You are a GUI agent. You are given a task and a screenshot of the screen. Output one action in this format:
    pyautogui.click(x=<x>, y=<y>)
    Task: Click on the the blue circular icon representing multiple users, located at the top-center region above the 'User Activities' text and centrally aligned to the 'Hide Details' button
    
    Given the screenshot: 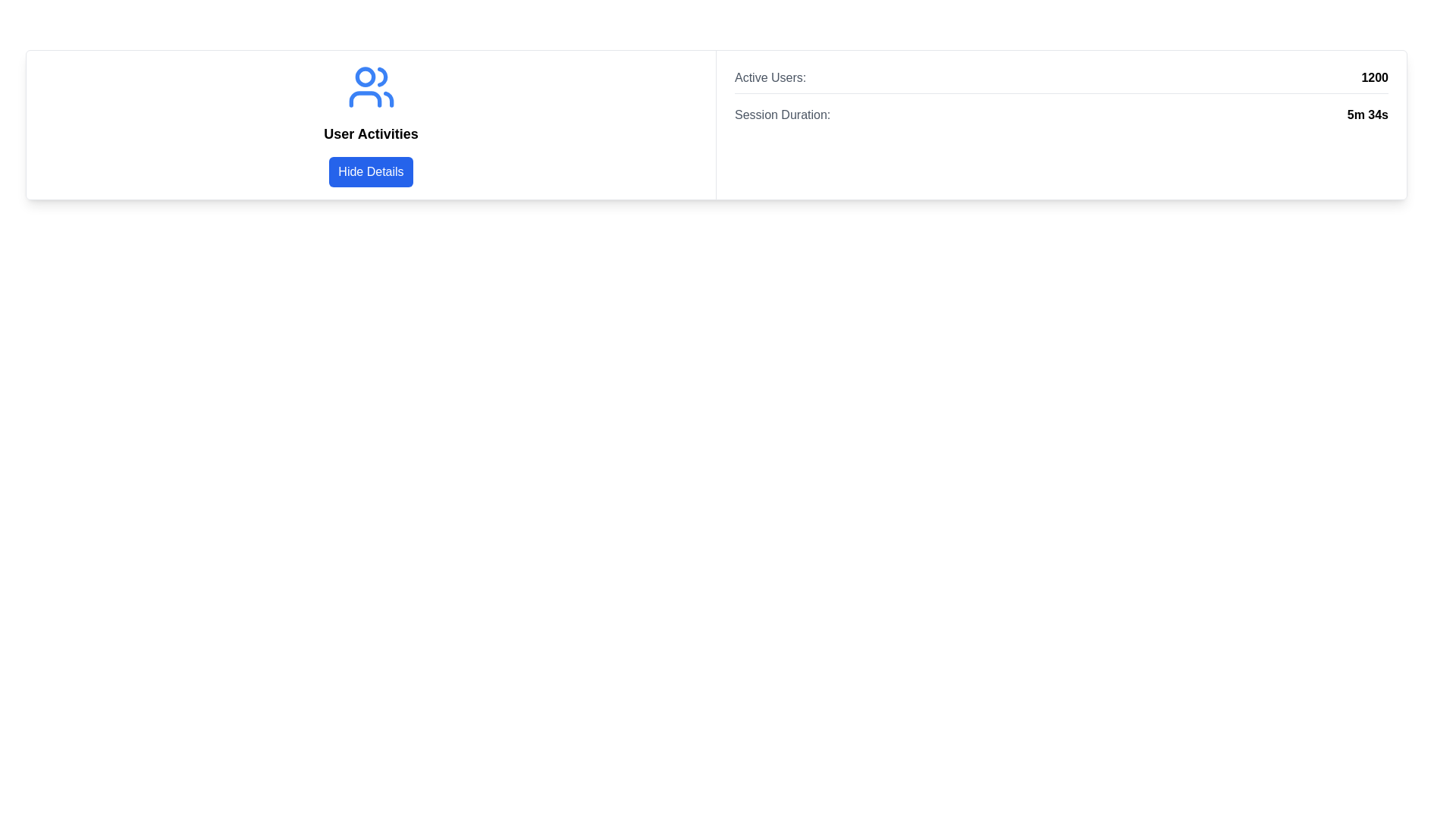 What is the action you would take?
    pyautogui.click(x=371, y=87)
    